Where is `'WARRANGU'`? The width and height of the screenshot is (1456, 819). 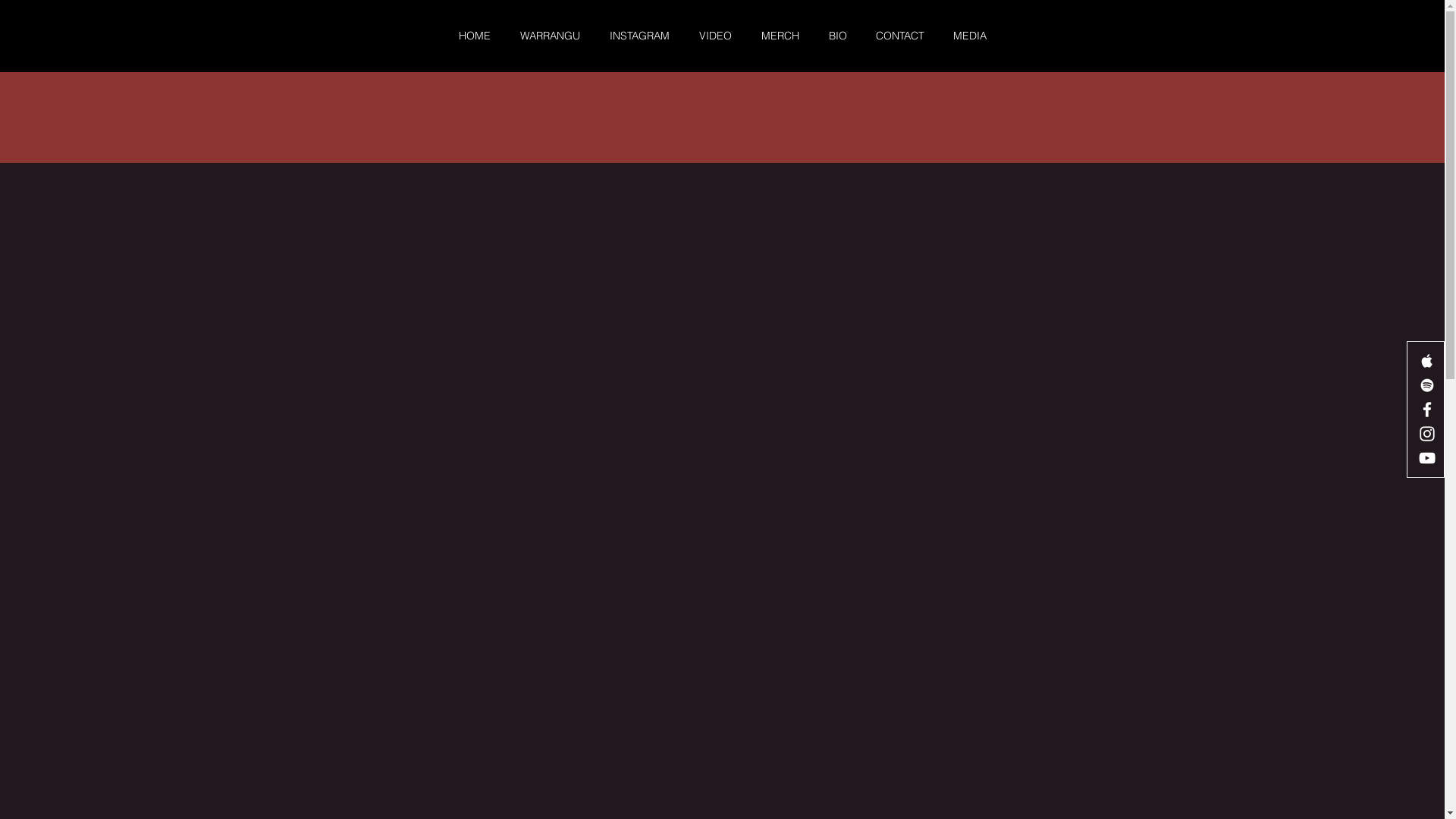 'WARRANGU' is located at coordinates (548, 35).